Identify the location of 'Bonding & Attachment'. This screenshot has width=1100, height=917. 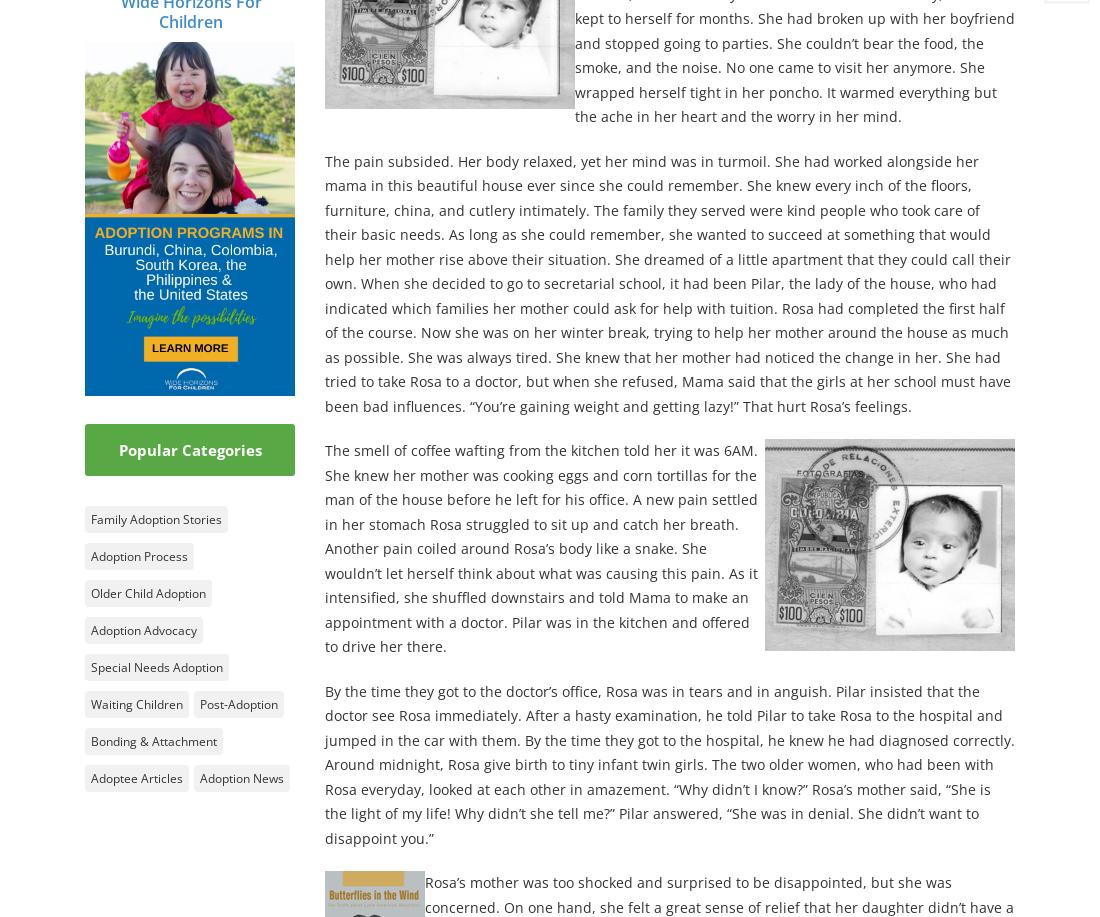
(153, 739).